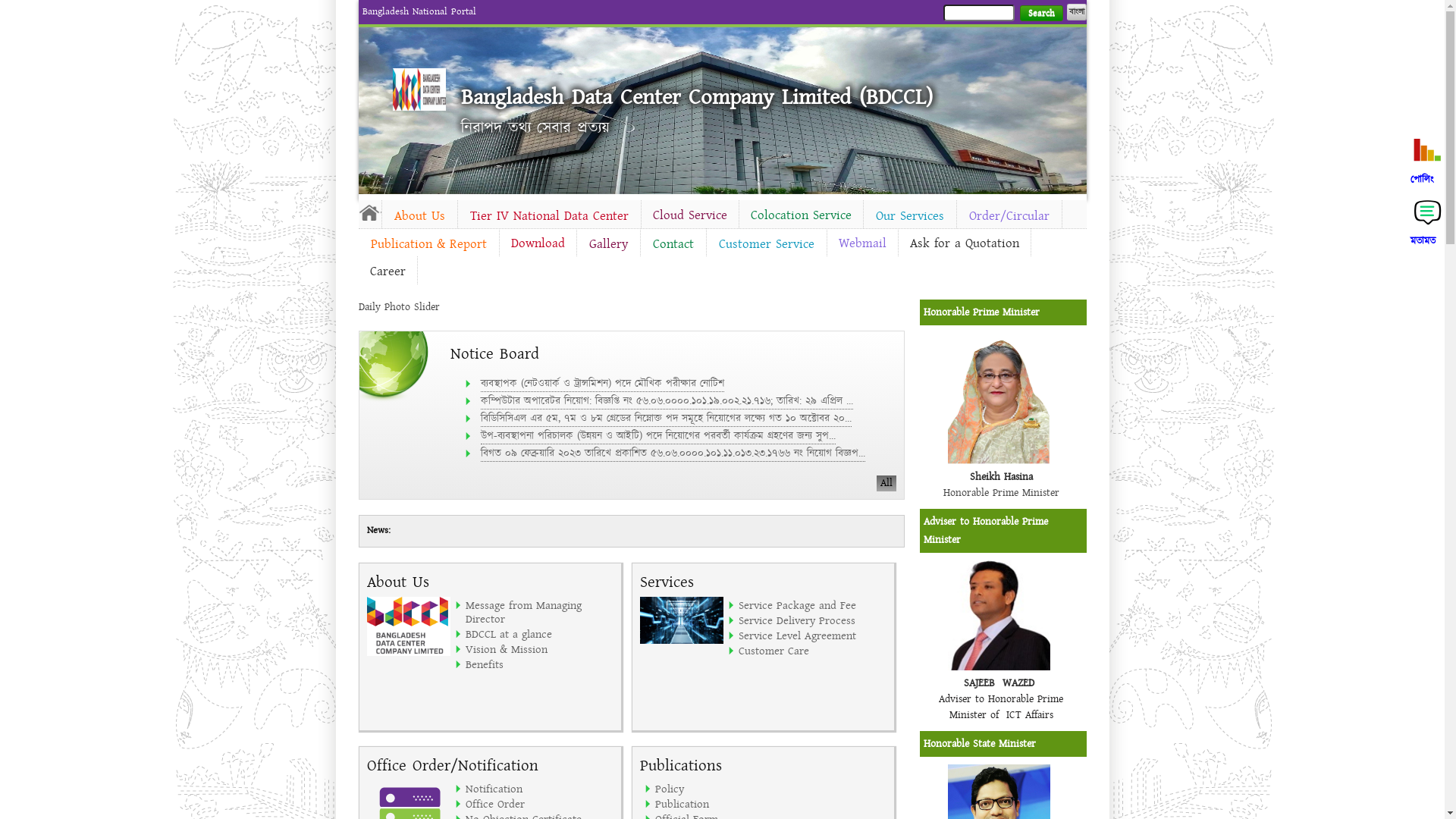 The height and width of the screenshot is (819, 1456). I want to click on 'Download', so click(537, 242).